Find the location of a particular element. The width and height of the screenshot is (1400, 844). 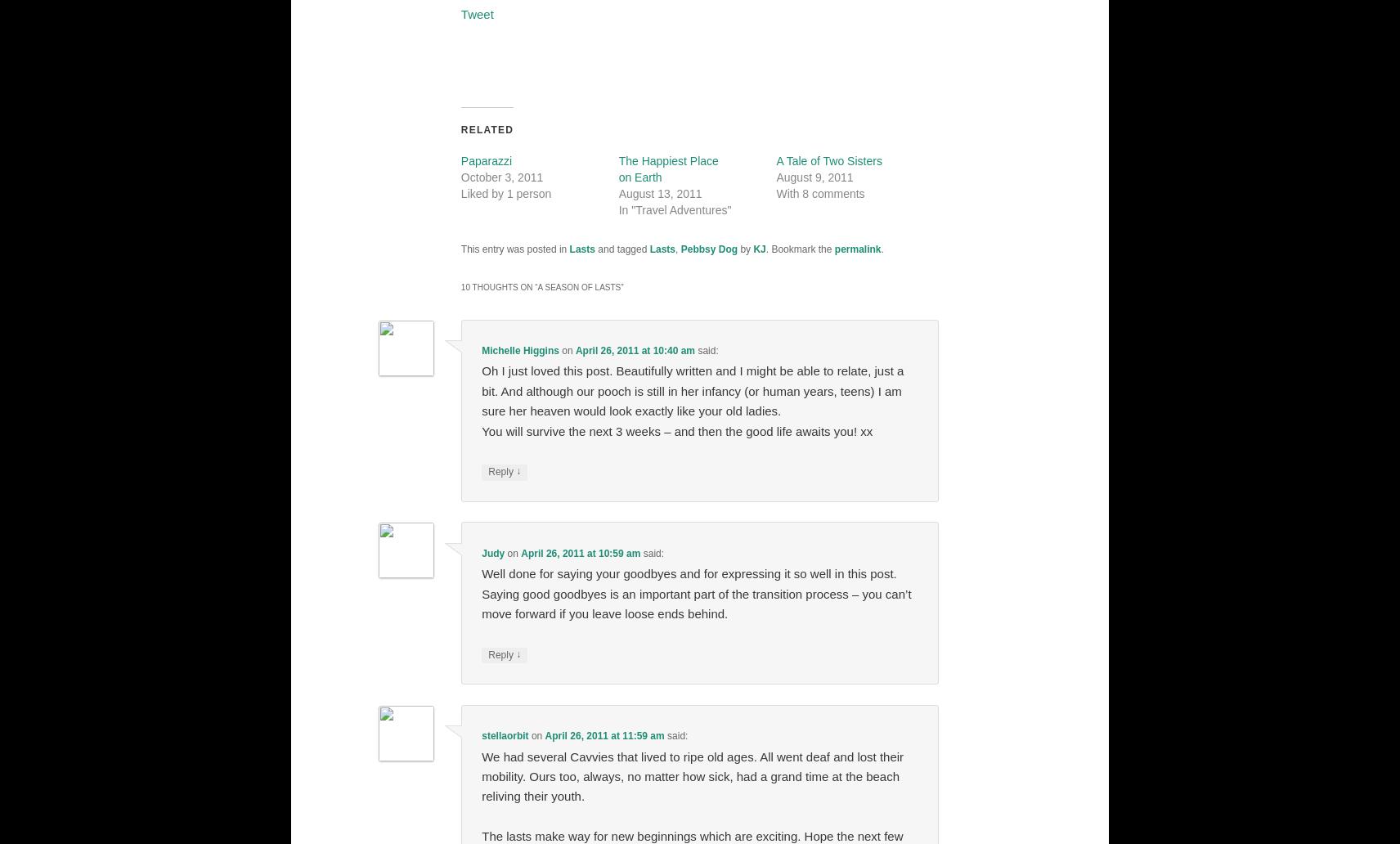

'and tagged' is located at coordinates (621, 249).